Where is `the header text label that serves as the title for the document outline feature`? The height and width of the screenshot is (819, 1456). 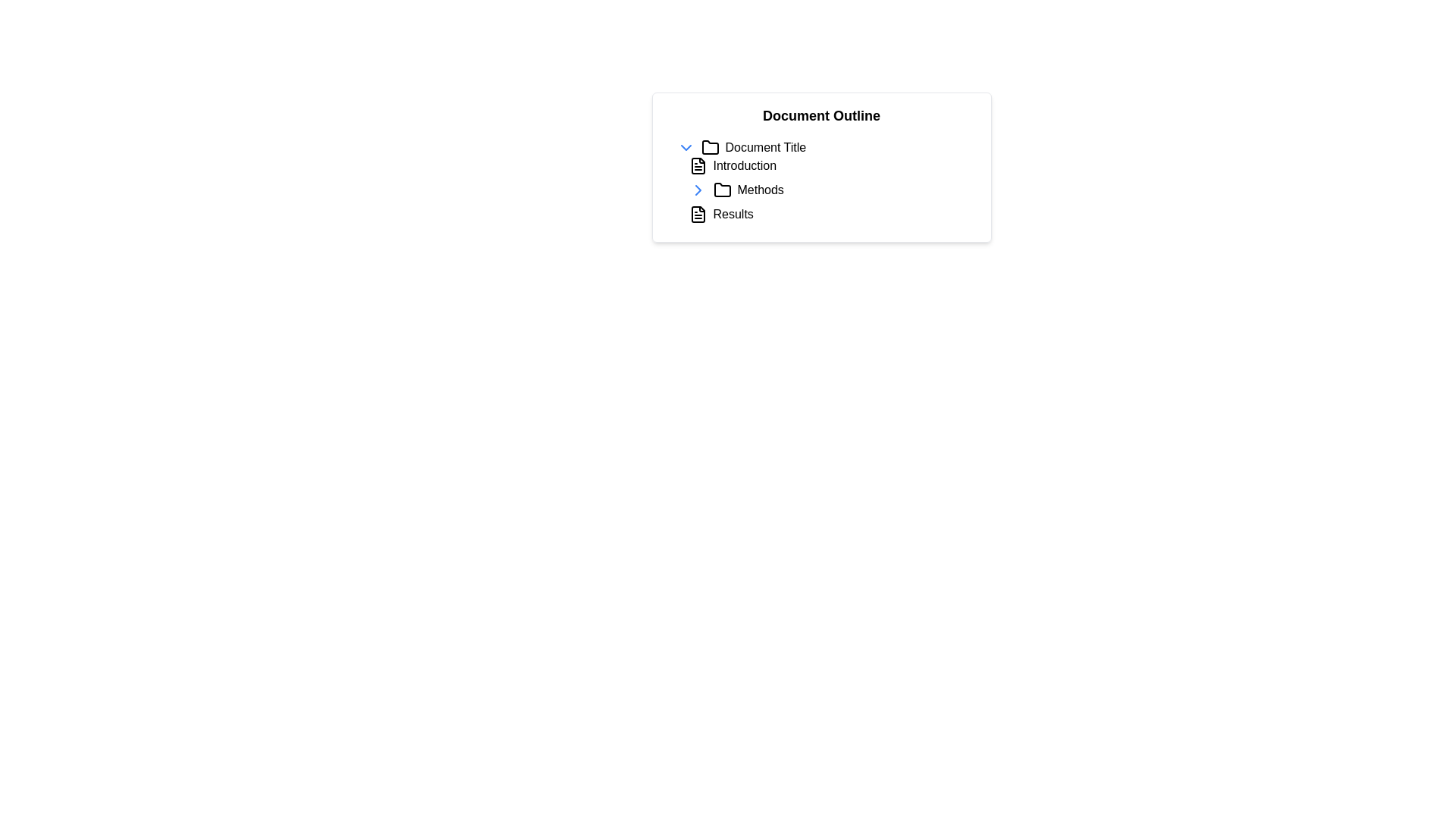 the header text label that serves as the title for the document outline feature is located at coordinates (821, 115).